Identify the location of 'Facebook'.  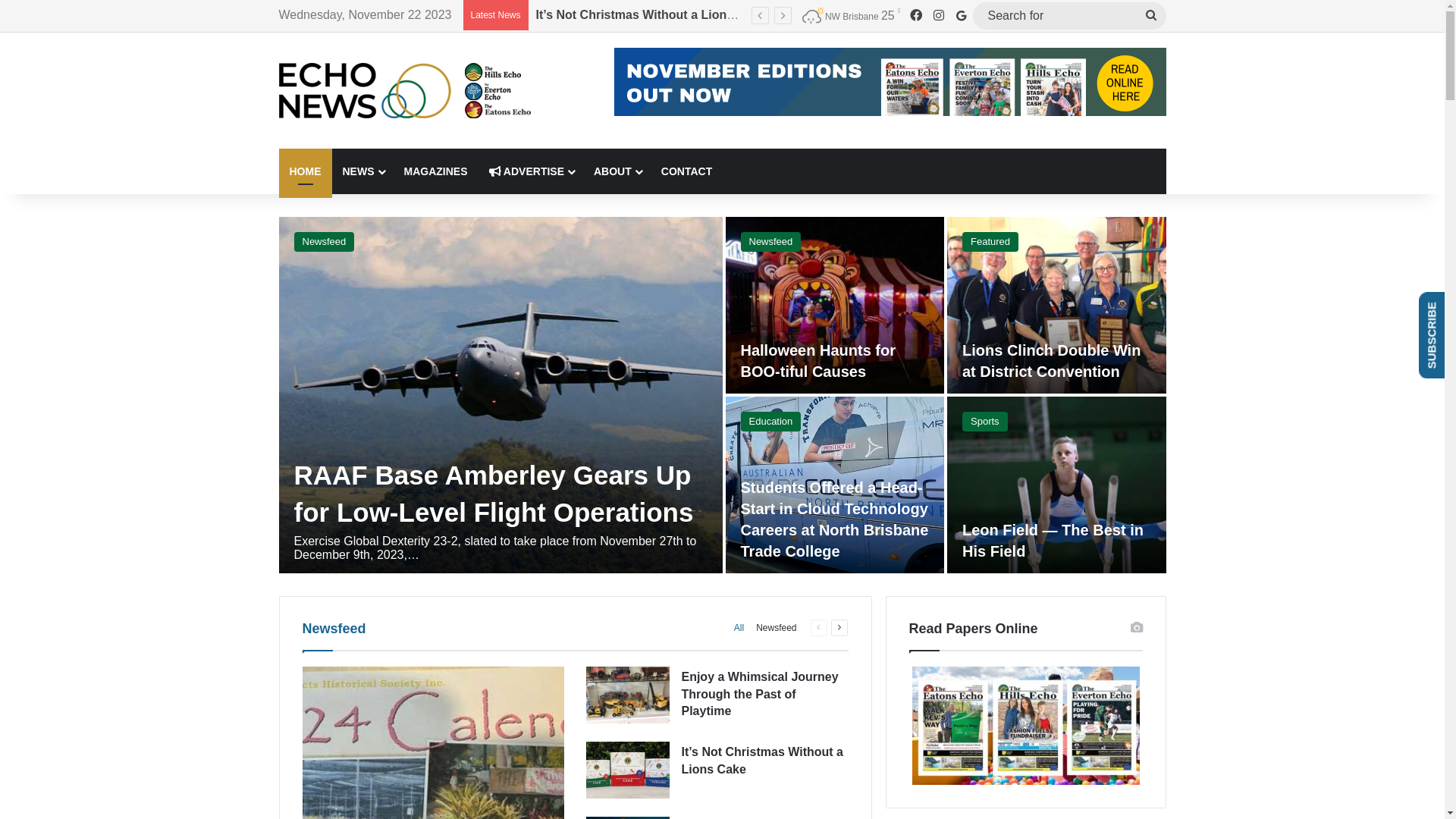
(914, 15).